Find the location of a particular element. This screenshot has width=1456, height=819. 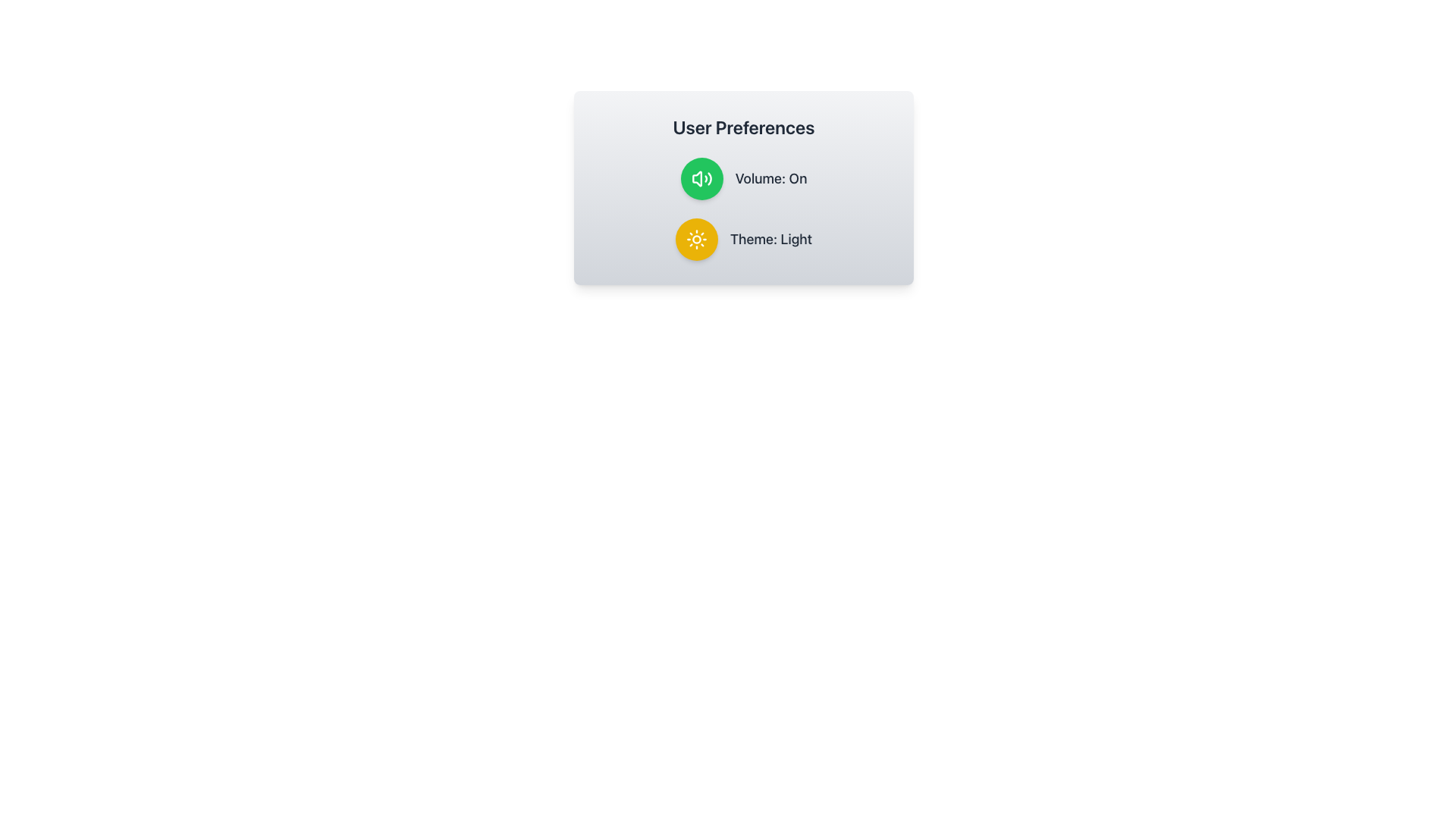

the Circular Button representing the theme toggle located beneath the green circular button for 'Volume: On' and to the left of the text 'Theme: Light' in the 'User Preferences' section to highlight it is located at coordinates (695, 239).